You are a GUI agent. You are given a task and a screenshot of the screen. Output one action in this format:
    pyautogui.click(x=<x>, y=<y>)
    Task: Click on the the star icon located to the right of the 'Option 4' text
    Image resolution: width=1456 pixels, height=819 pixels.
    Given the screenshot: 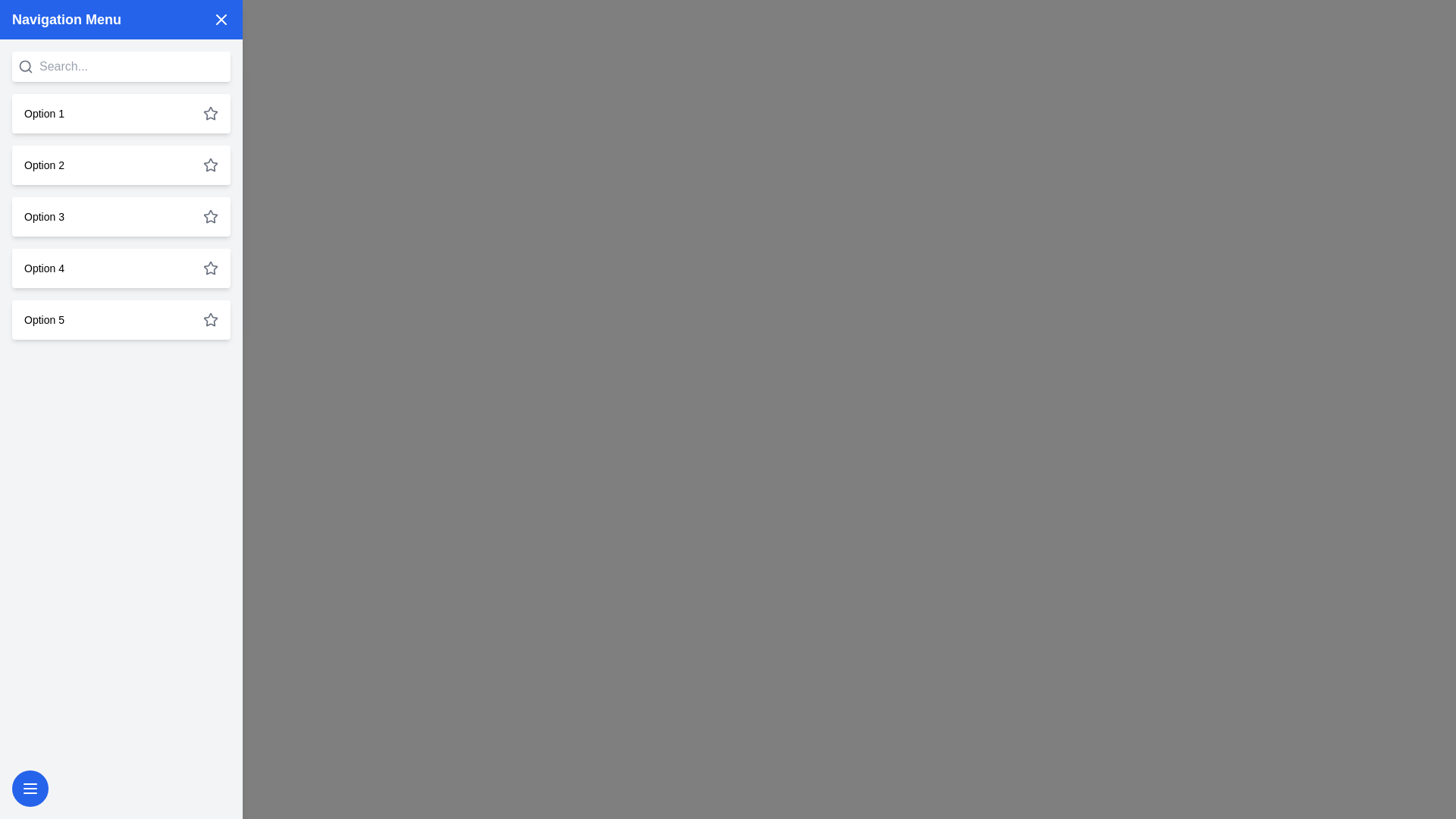 What is the action you would take?
    pyautogui.click(x=210, y=268)
    